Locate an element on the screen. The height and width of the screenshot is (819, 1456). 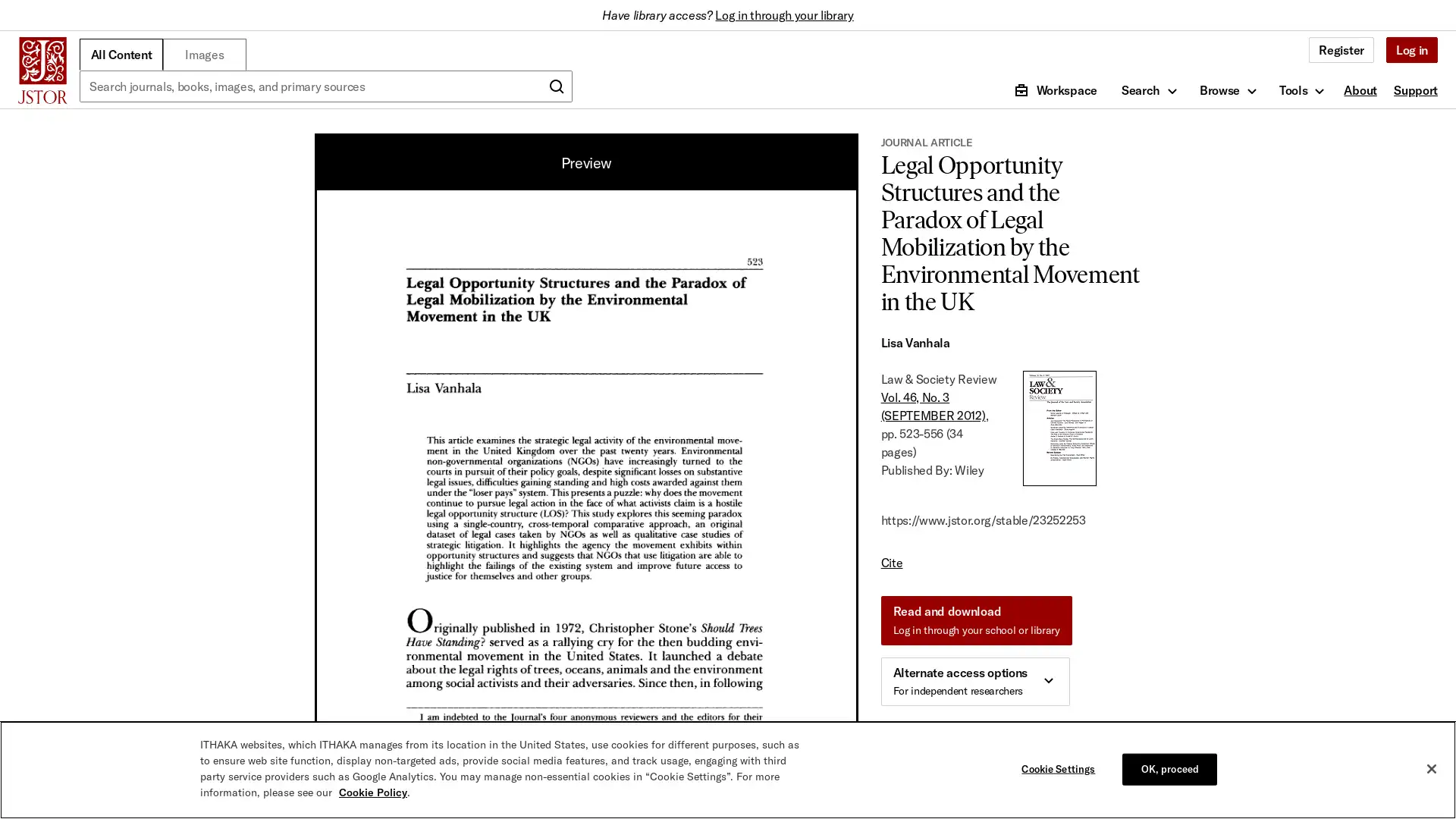
Cookie Settings is located at coordinates (1061, 769).